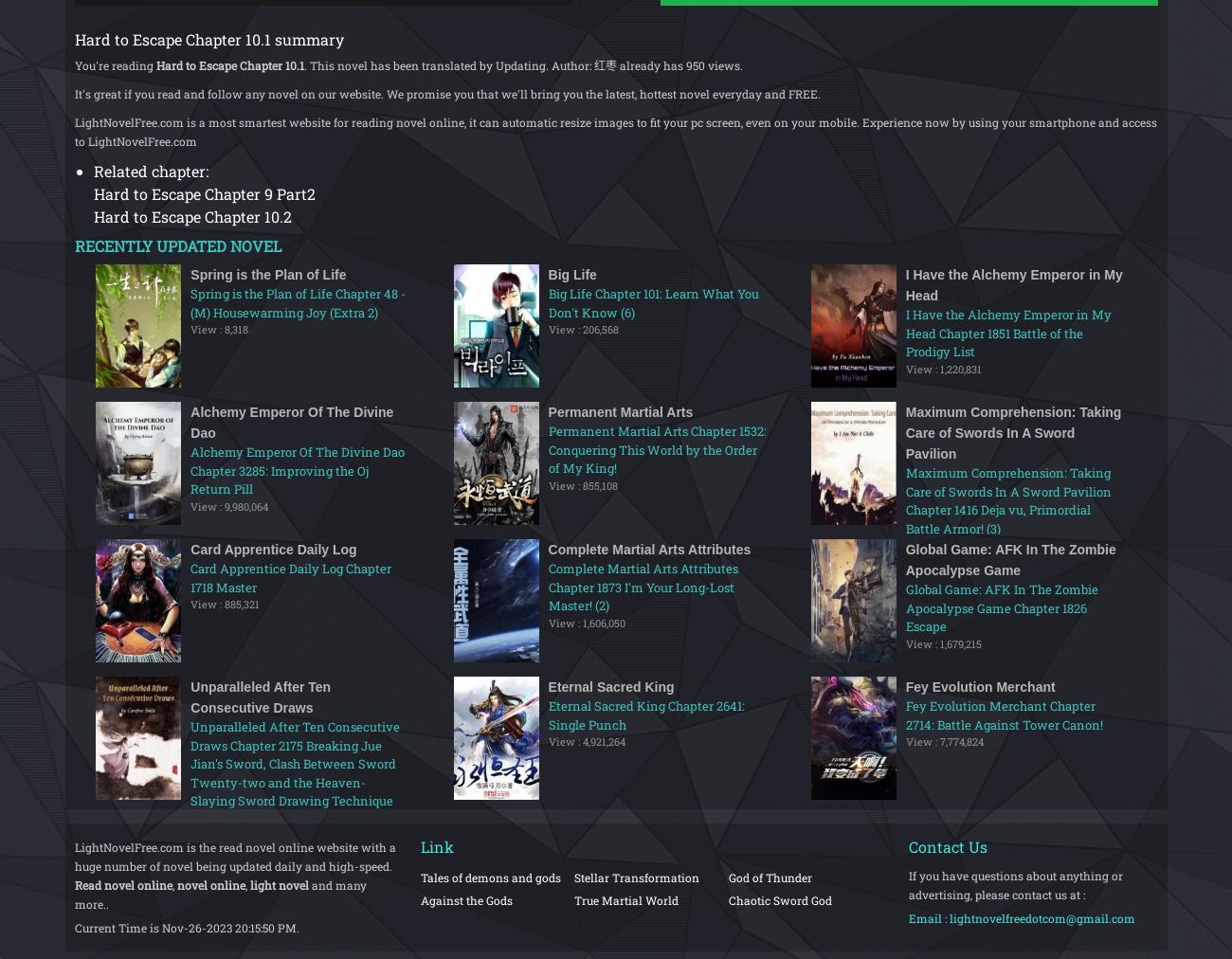  I want to click on 'Global Game: AFK In The Zombie Apocalypse Game Chapter 1826 Escape', so click(1001, 607).